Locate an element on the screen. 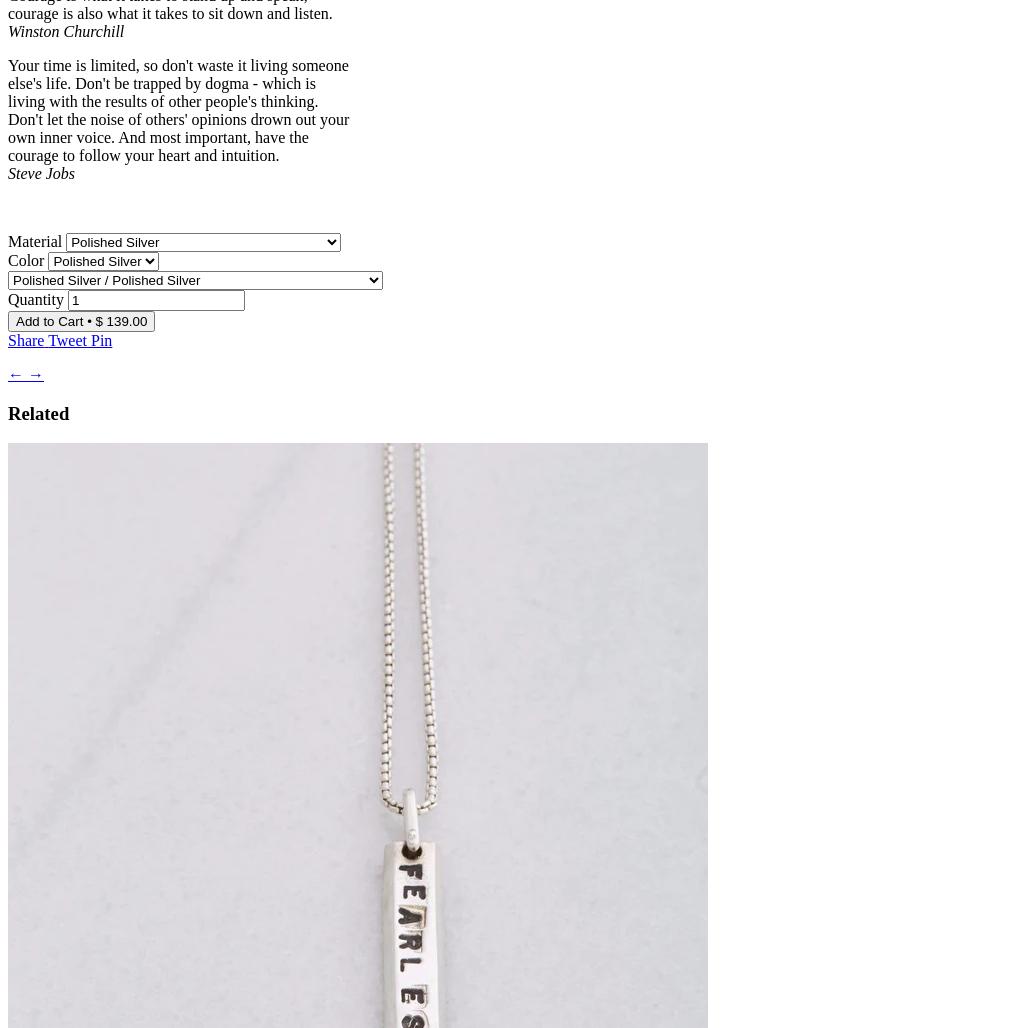 Image resolution: width=1032 pixels, height=1028 pixels. 'Share' is located at coordinates (26, 338).